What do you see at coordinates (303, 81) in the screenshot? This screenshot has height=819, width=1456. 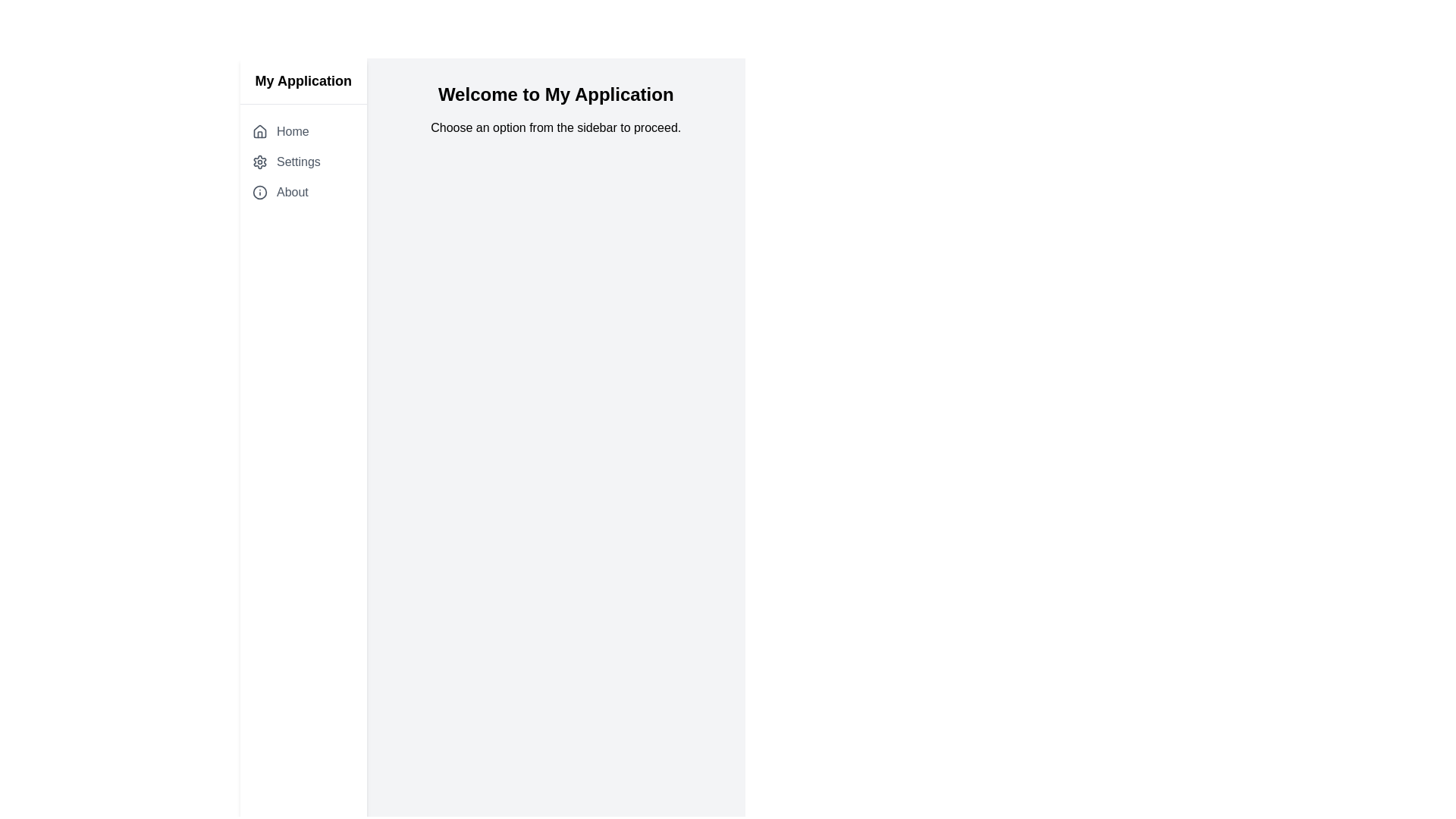 I see `the Text label that serves as the header for the sidebar, which identifies the application or section associated with it` at bounding box center [303, 81].